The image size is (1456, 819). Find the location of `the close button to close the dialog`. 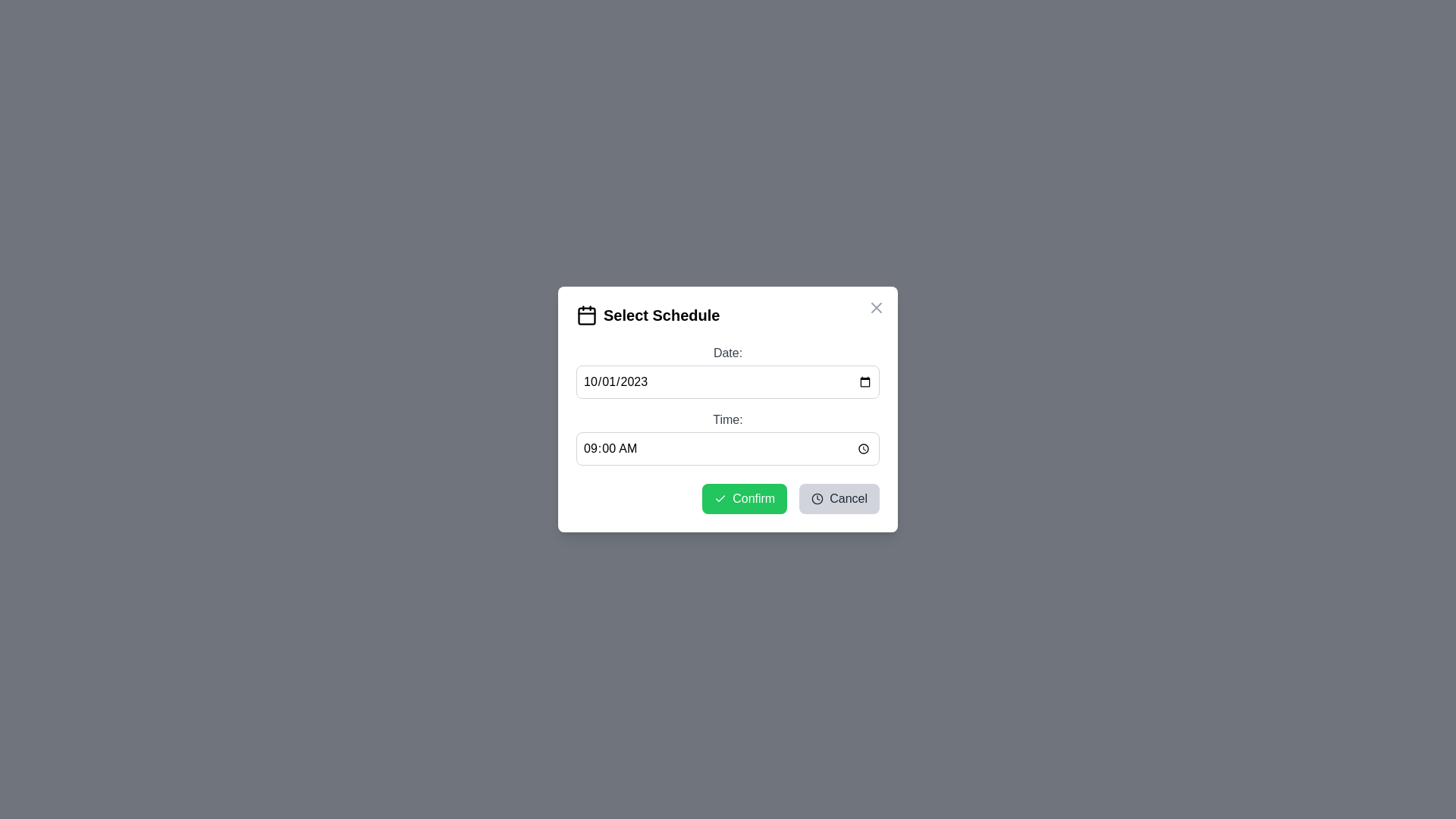

the close button to close the dialog is located at coordinates (877, 307).